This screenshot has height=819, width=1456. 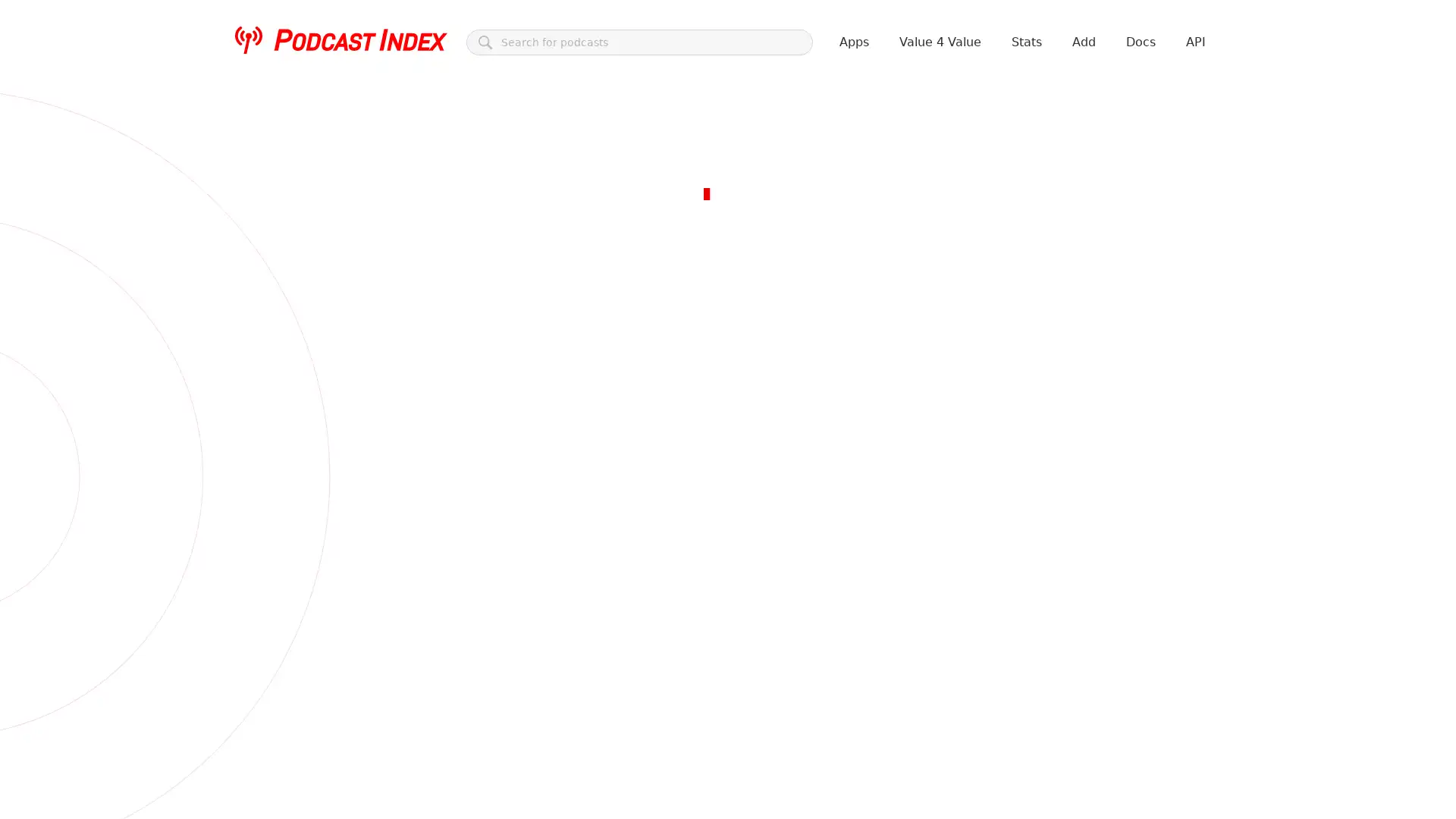 I want to click on Show All, so click(x=376, y=379).